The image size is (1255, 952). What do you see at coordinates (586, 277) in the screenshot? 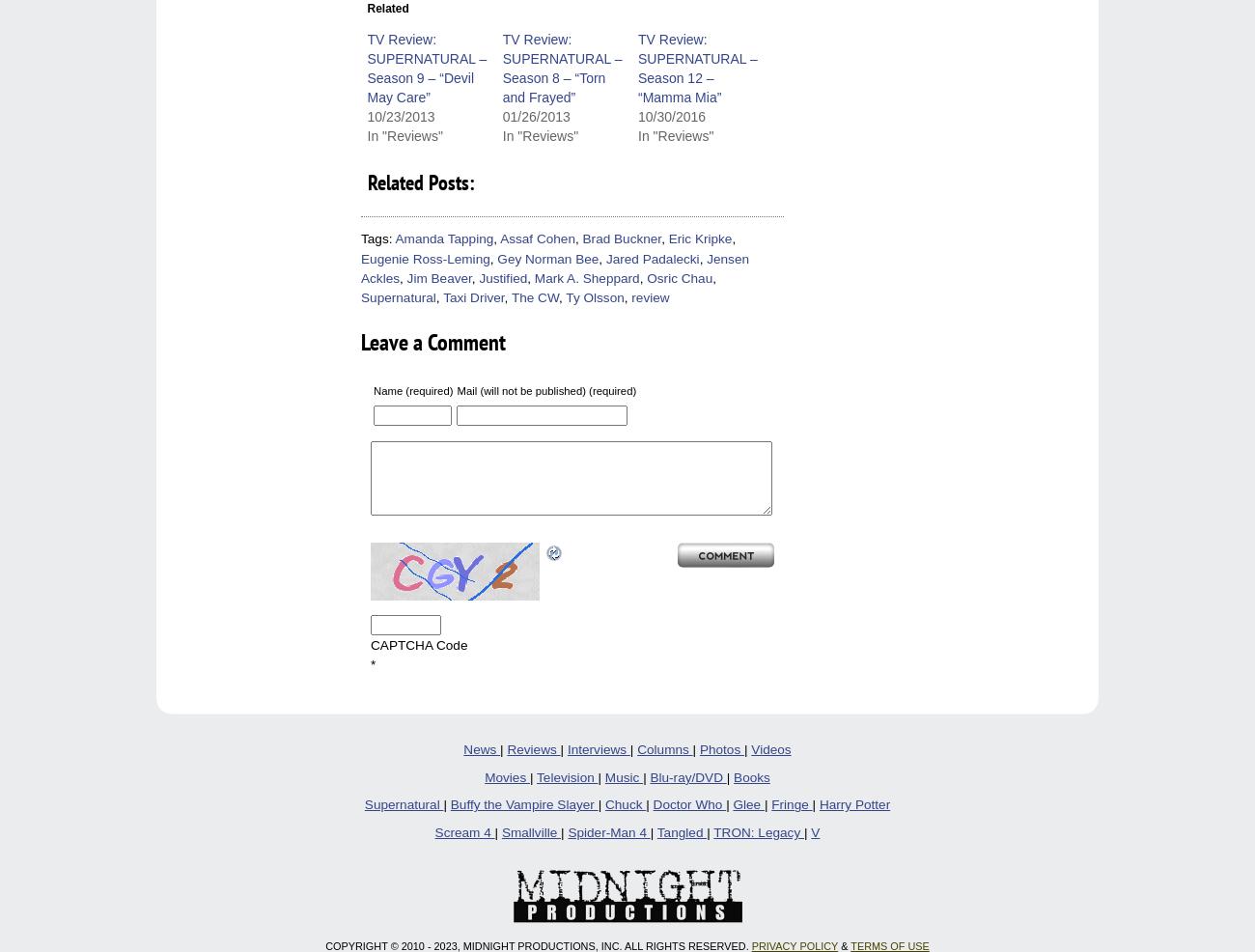
I see `'Mark A. Sheppard'` at bounding box center [586, 277].